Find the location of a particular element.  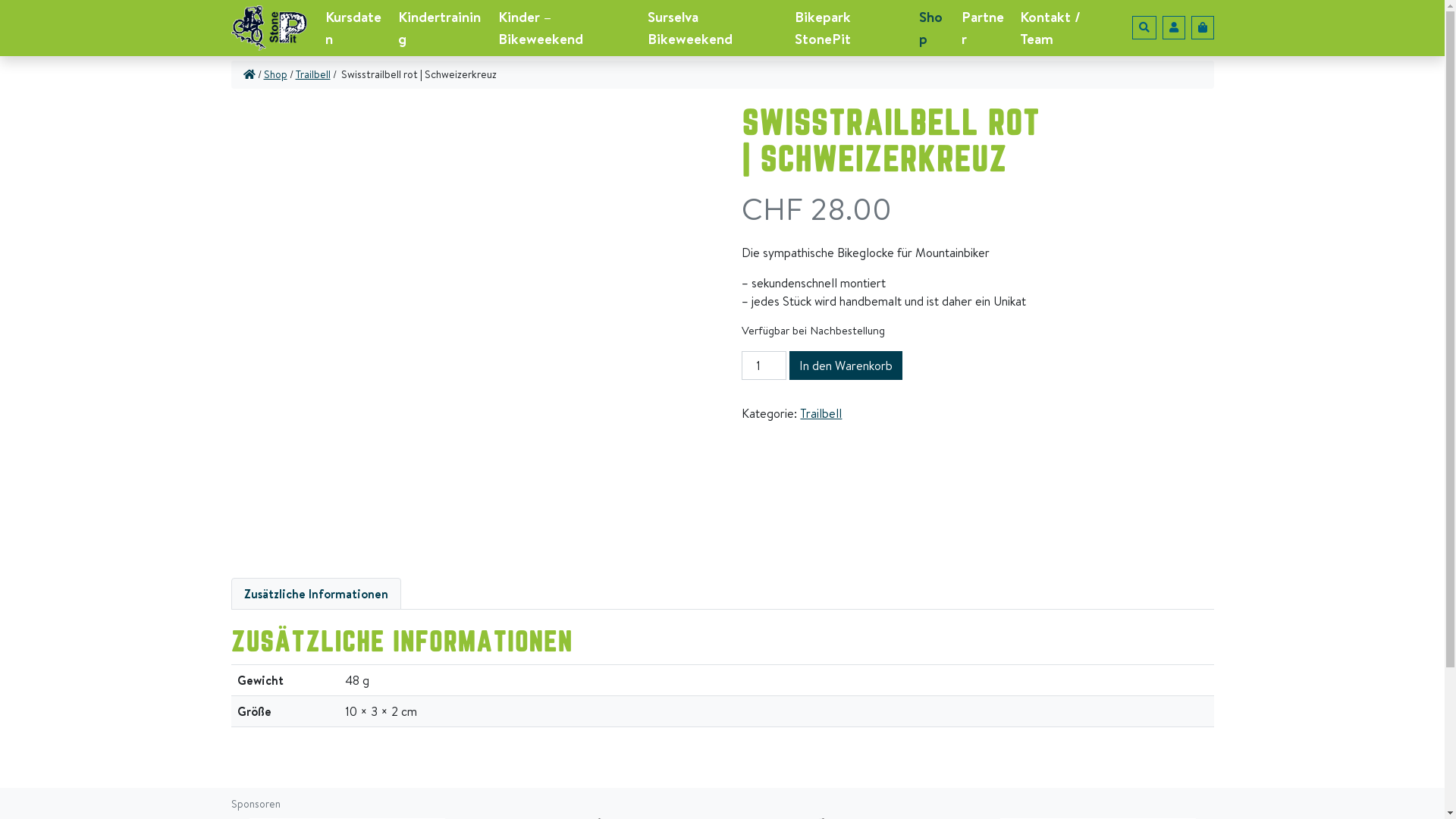

'Shop' is located at coordinates (275, 74).